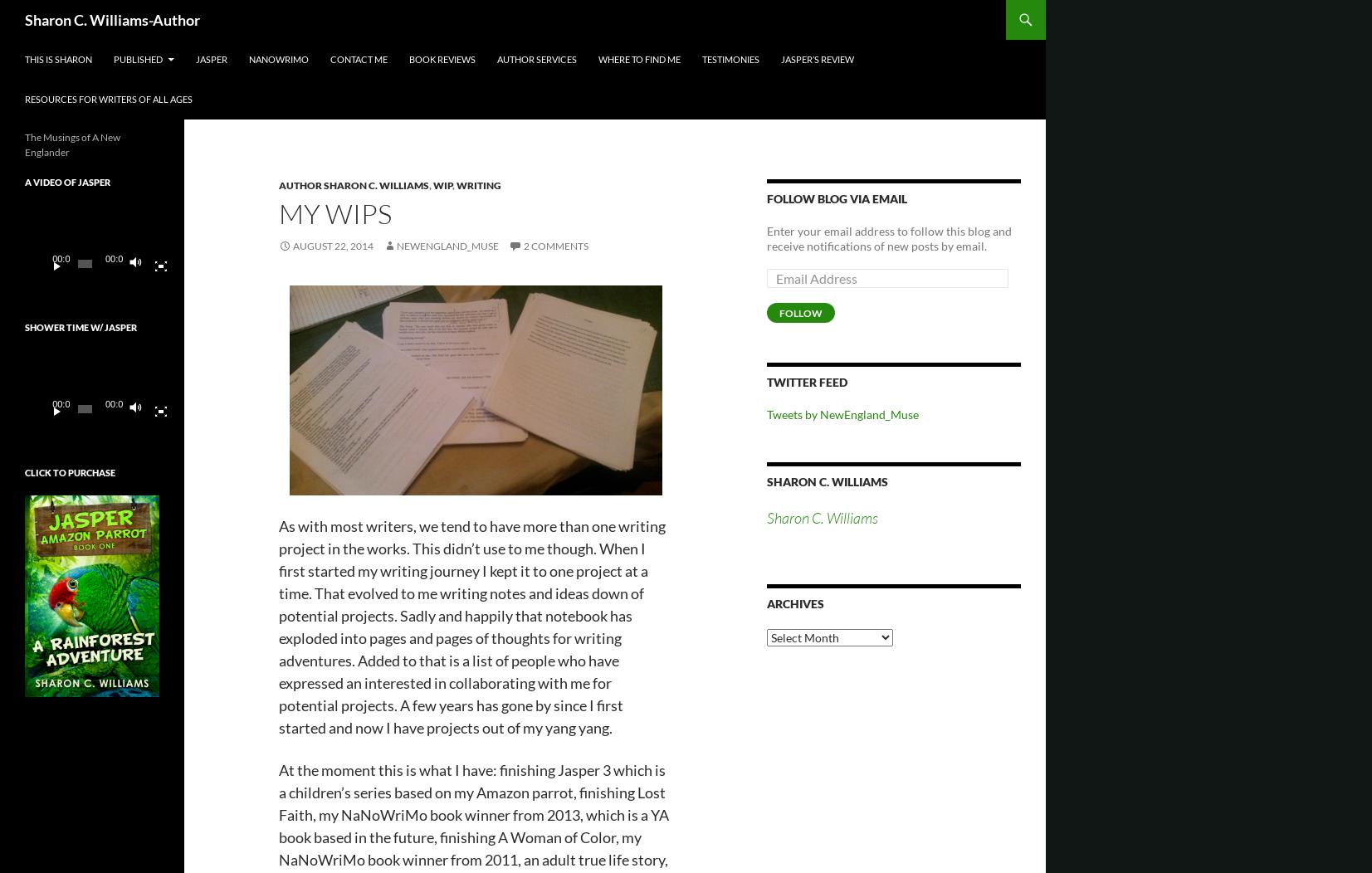 The image size is (1372, 873). I want to click on 'Follow Blog via Email', so click(767, 198).